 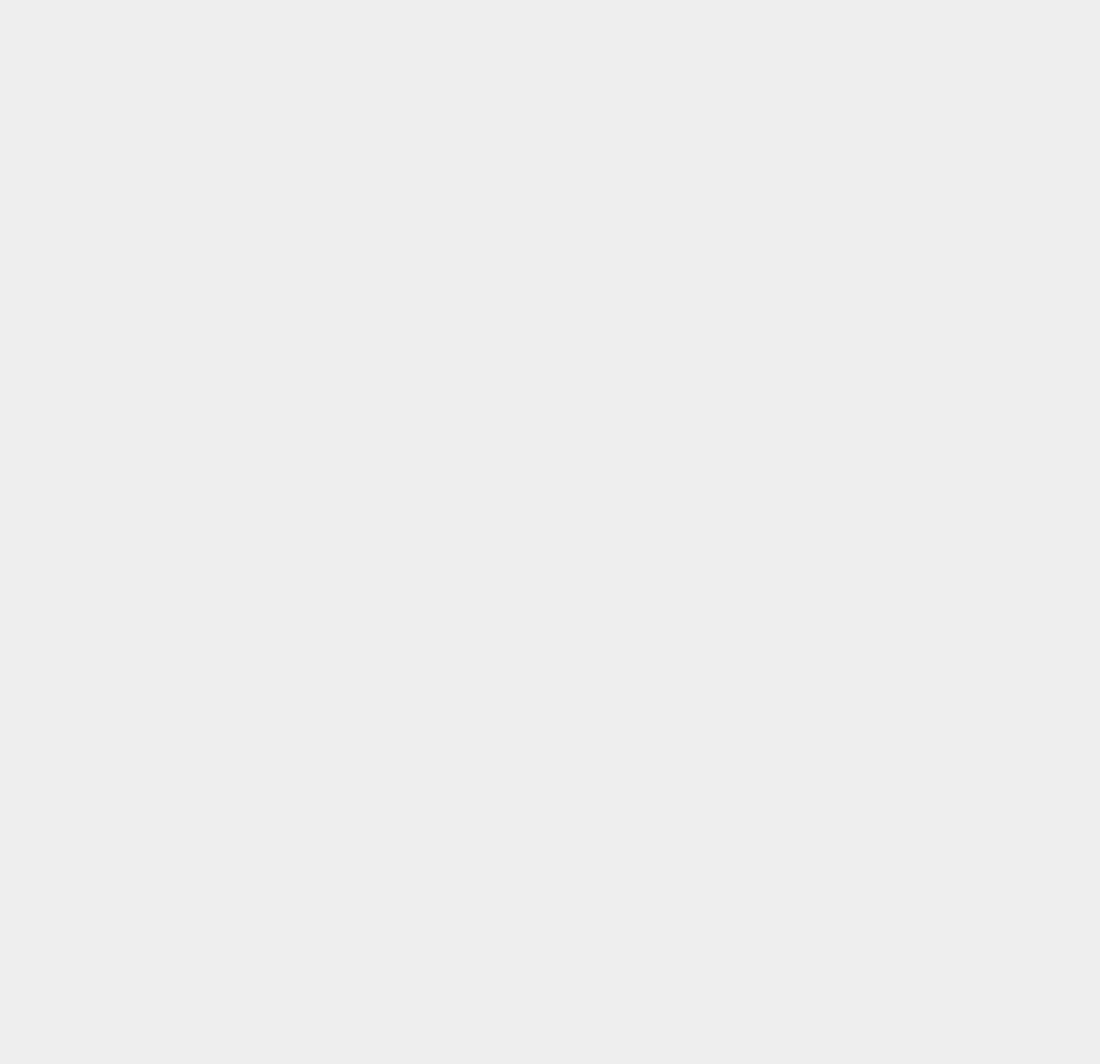 I want to click on 'OS X 10.10.5', so click(x=818, y=504).